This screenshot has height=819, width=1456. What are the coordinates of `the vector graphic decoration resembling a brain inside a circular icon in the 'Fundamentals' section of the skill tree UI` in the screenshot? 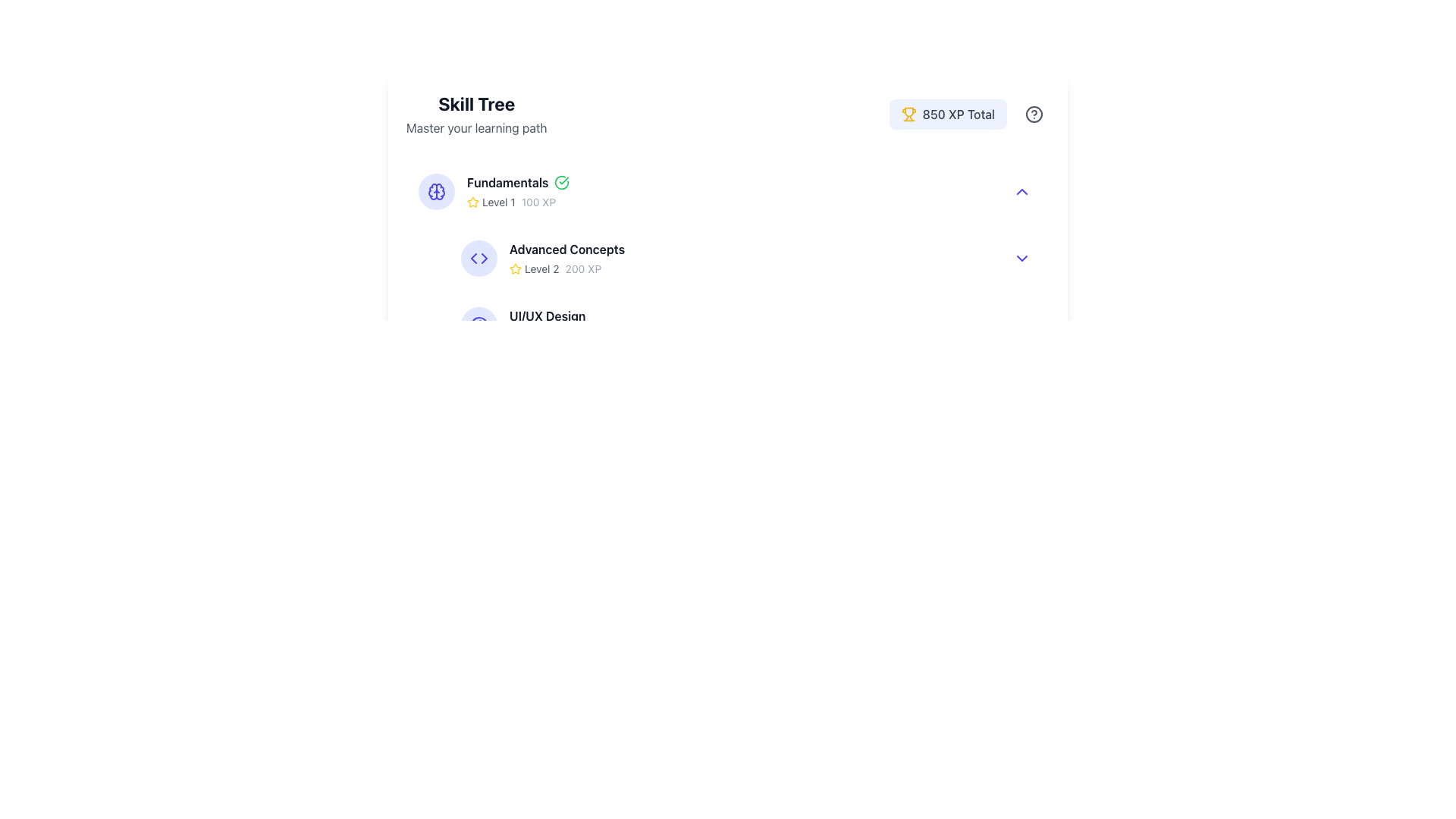 It's located at (432, 191).